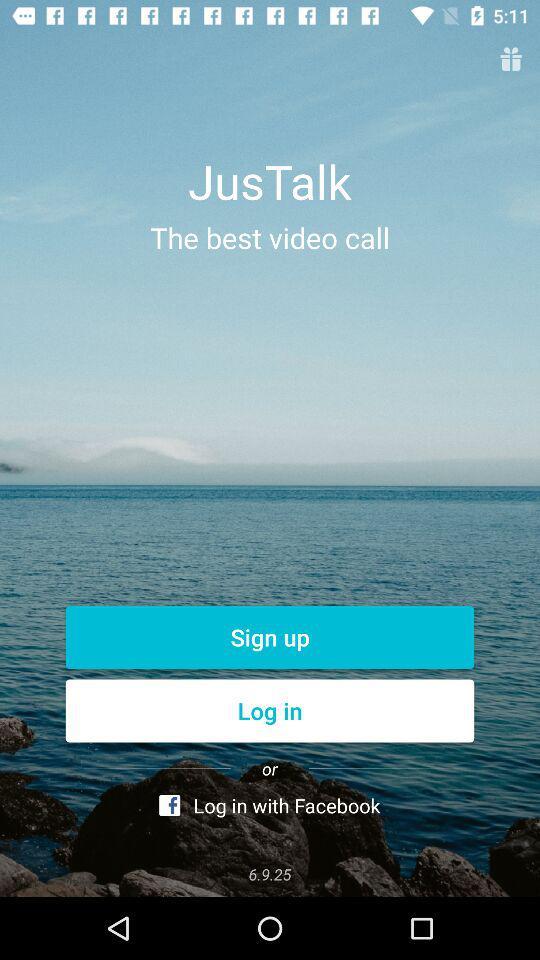 The image size is (540, 960). What do you see at coordinates (511, 59) in the screenshot?
I see `the gift icon` at bounding box center [511, 59].